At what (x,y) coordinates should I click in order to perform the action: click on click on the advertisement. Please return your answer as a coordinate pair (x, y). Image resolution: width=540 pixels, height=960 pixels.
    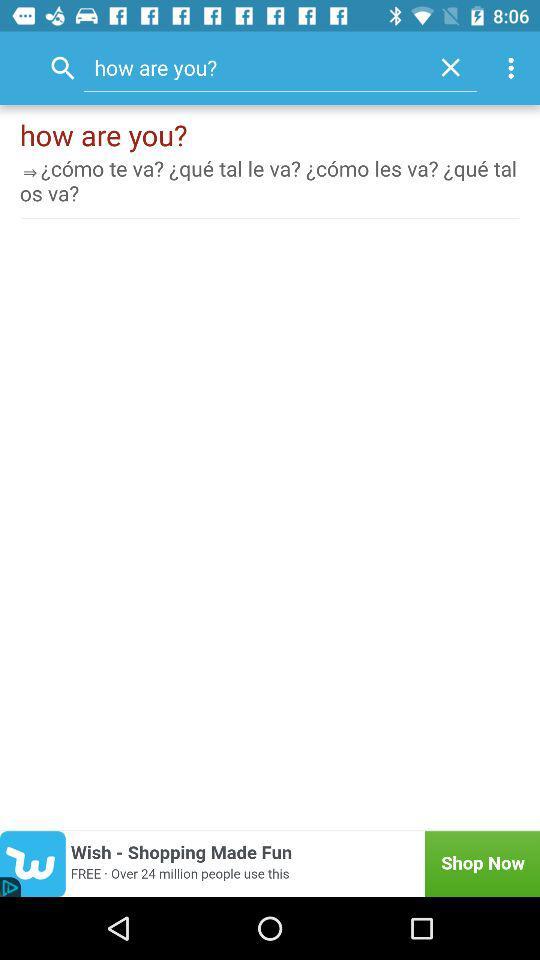
    Looking at the image, I should click on (270, 863).